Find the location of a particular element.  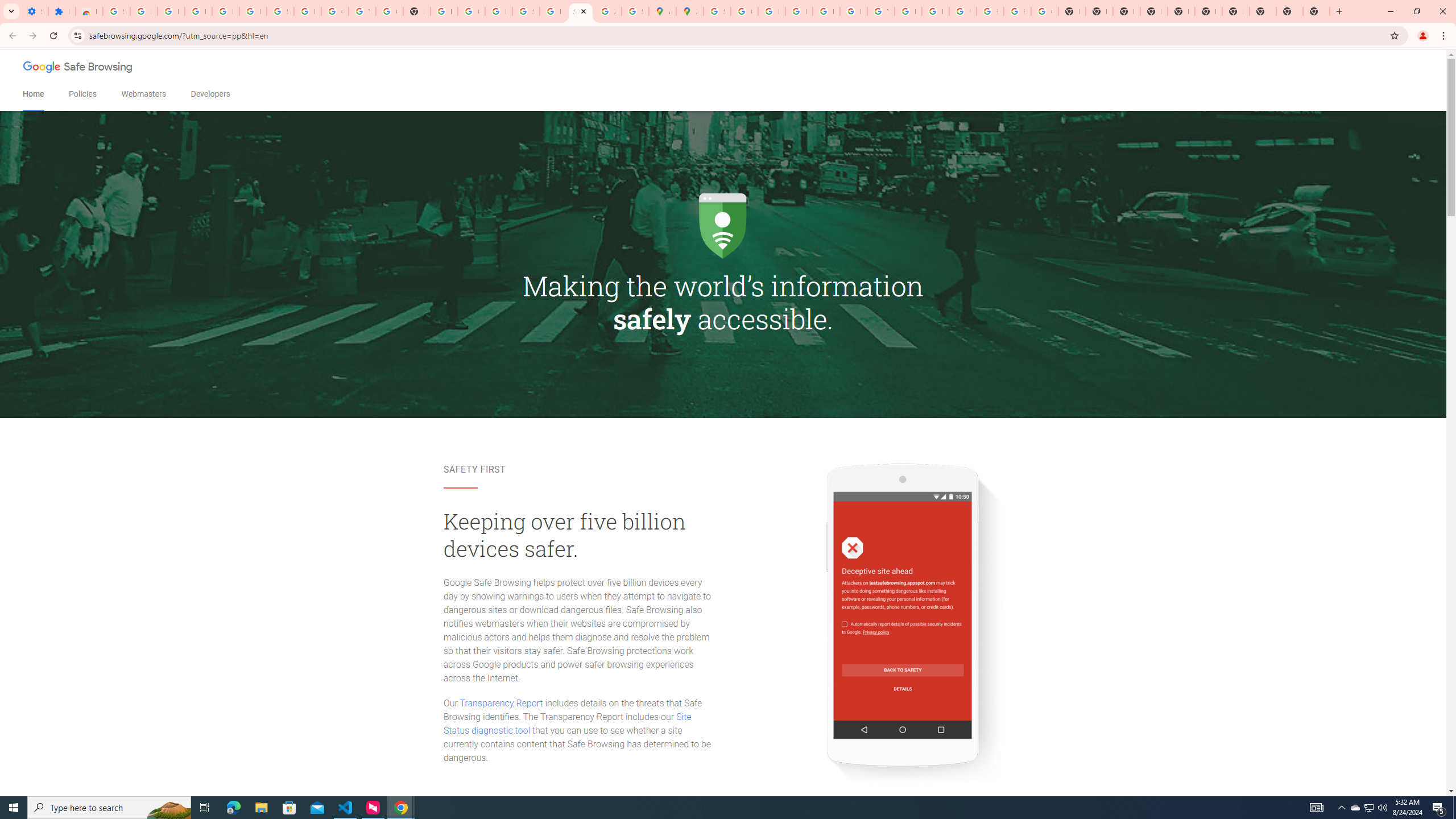

'Privacy Help Center - Policies Help' is located at coordinates (799, 11).